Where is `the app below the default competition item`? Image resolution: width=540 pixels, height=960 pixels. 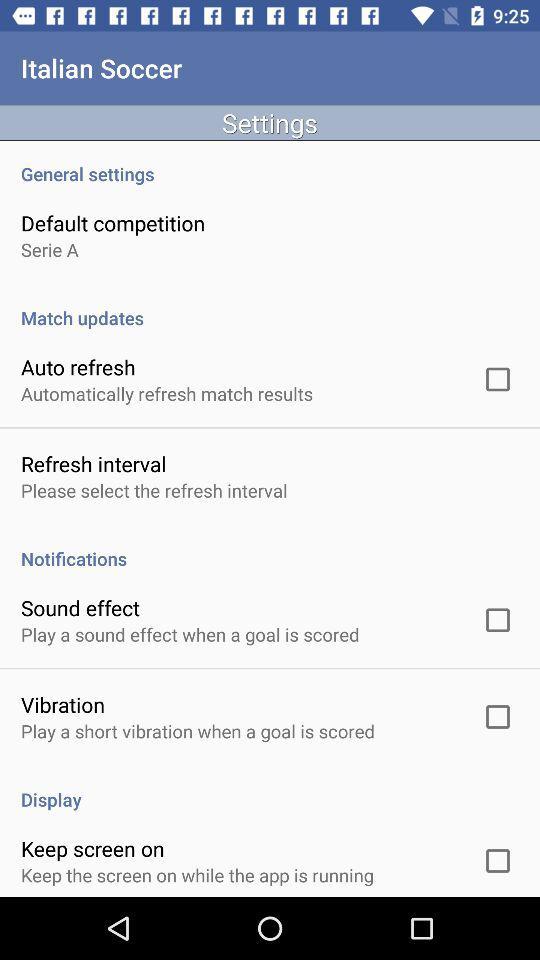
the app below the default competition item is located at coordinates (49, 248).